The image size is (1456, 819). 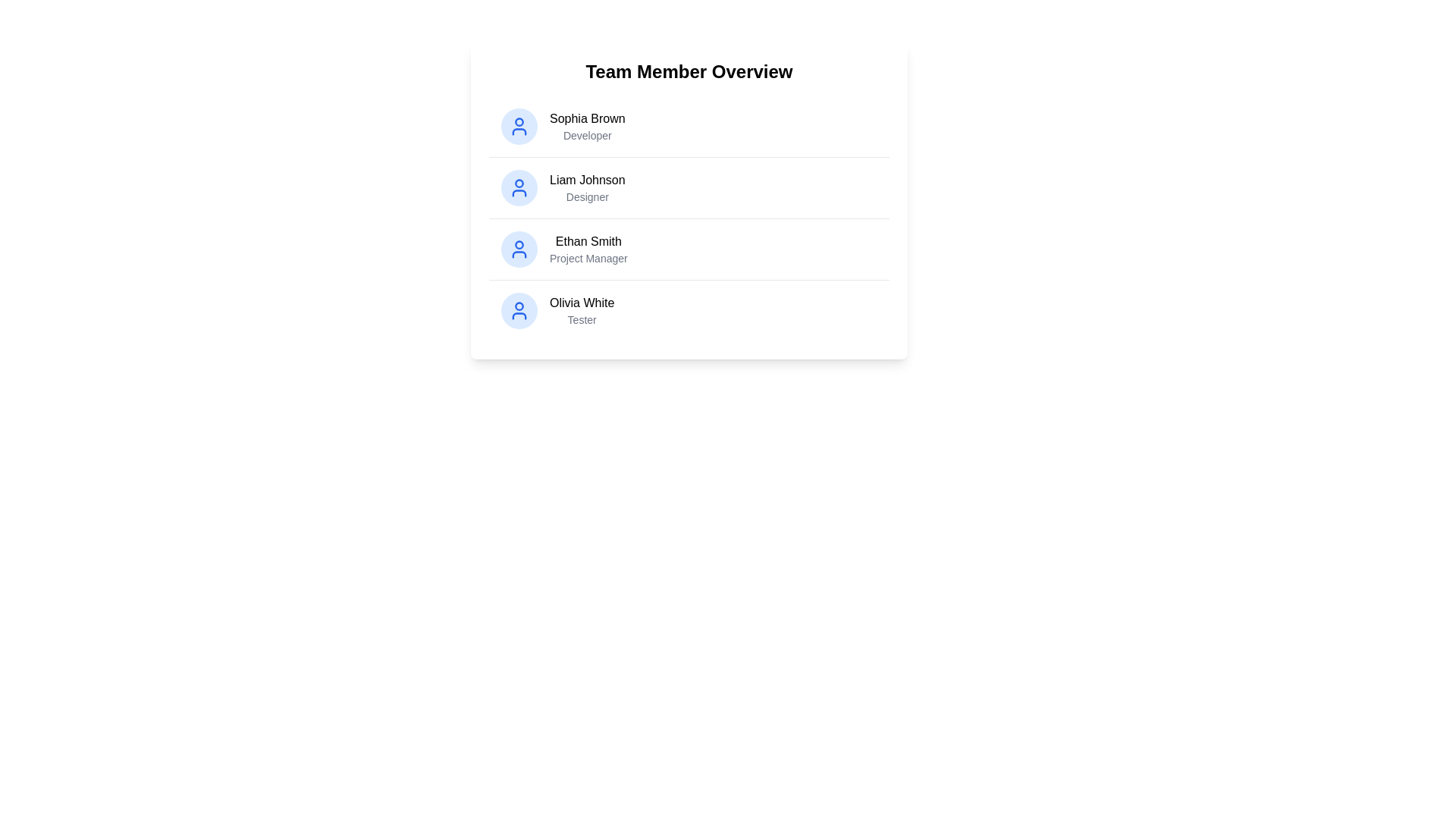 I want to click on the small red circular icon with a blue border in the 'Liam Johnson - Designer' profile card, located in the second list item of the 'Team Member Overview', so click(x=519, y=183).